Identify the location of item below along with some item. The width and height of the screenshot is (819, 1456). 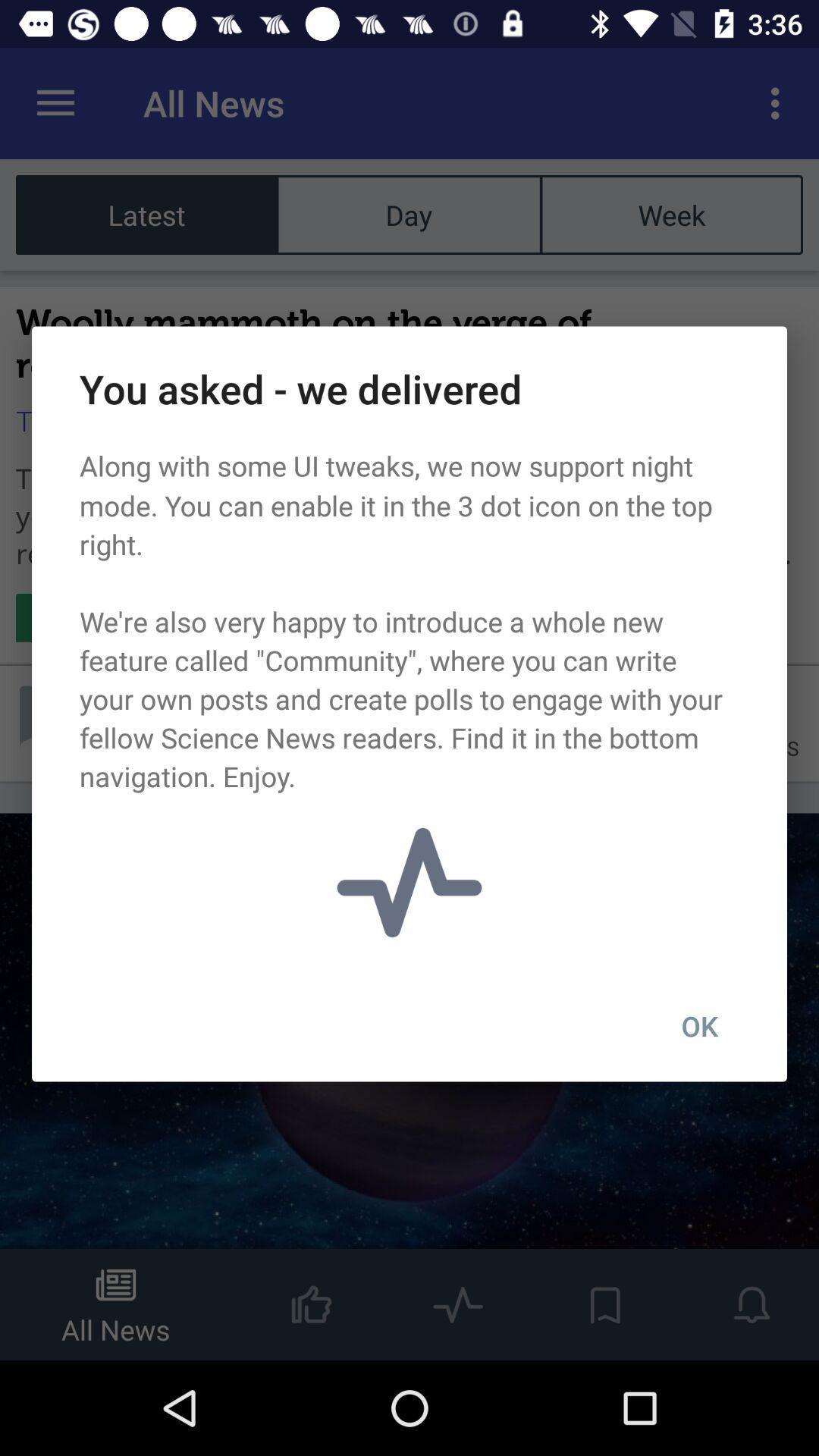
(699, 1026).